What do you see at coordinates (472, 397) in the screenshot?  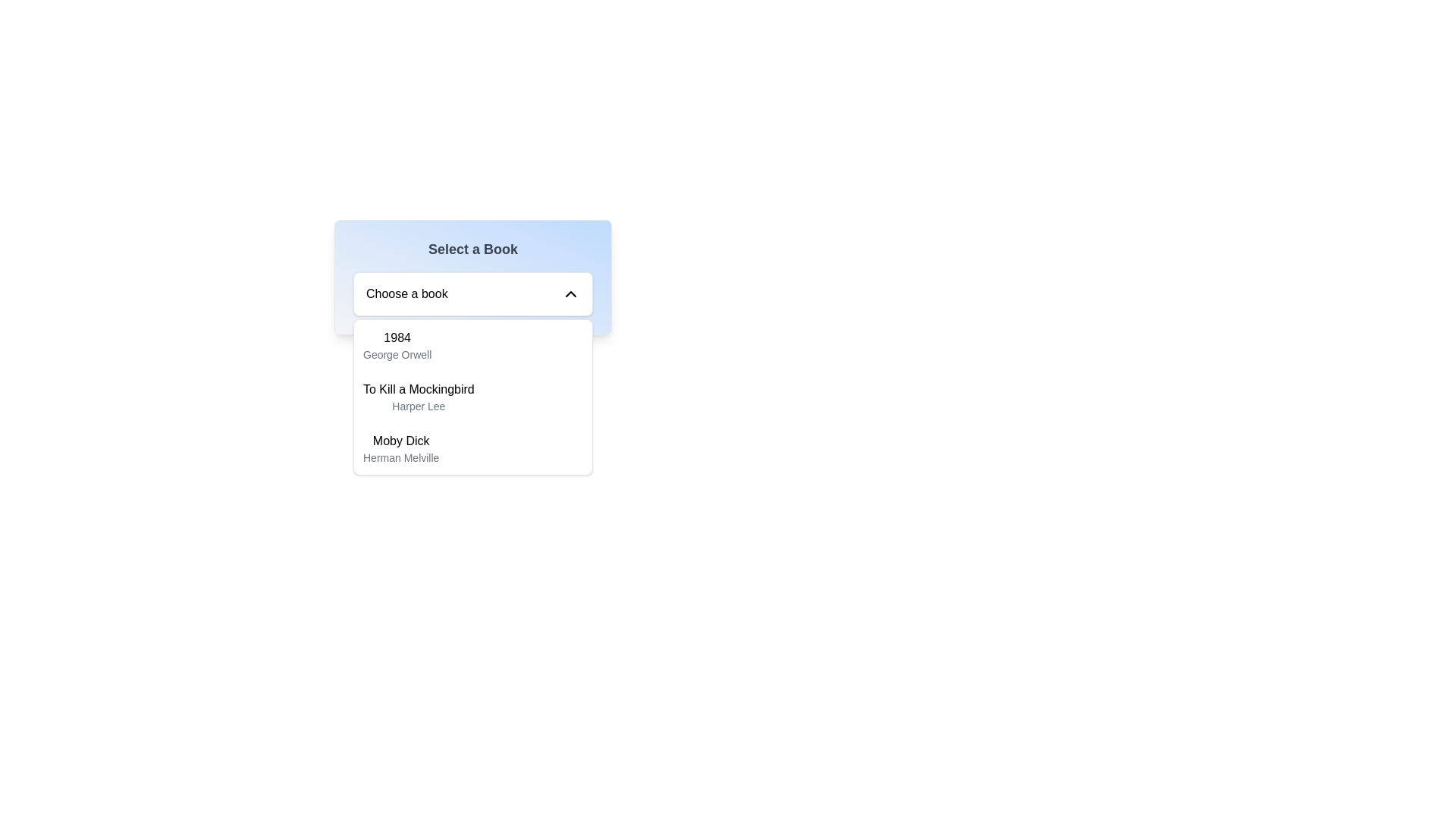 I see `the selectable list item for the book 'To Kill a Mockingbird'` at bounding box center [472, 397].